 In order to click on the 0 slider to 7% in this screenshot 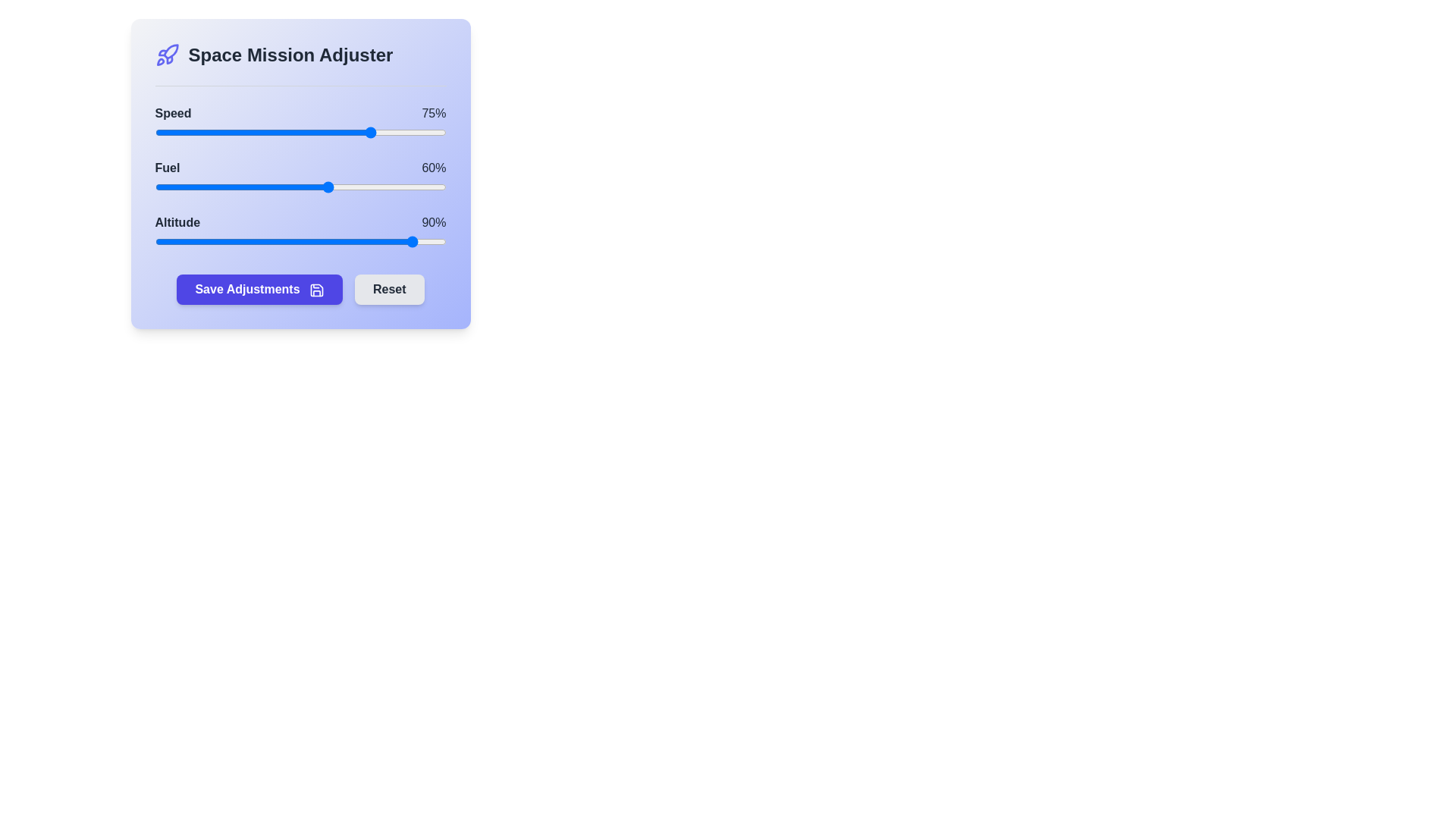, I will do `click(175, 131)`.